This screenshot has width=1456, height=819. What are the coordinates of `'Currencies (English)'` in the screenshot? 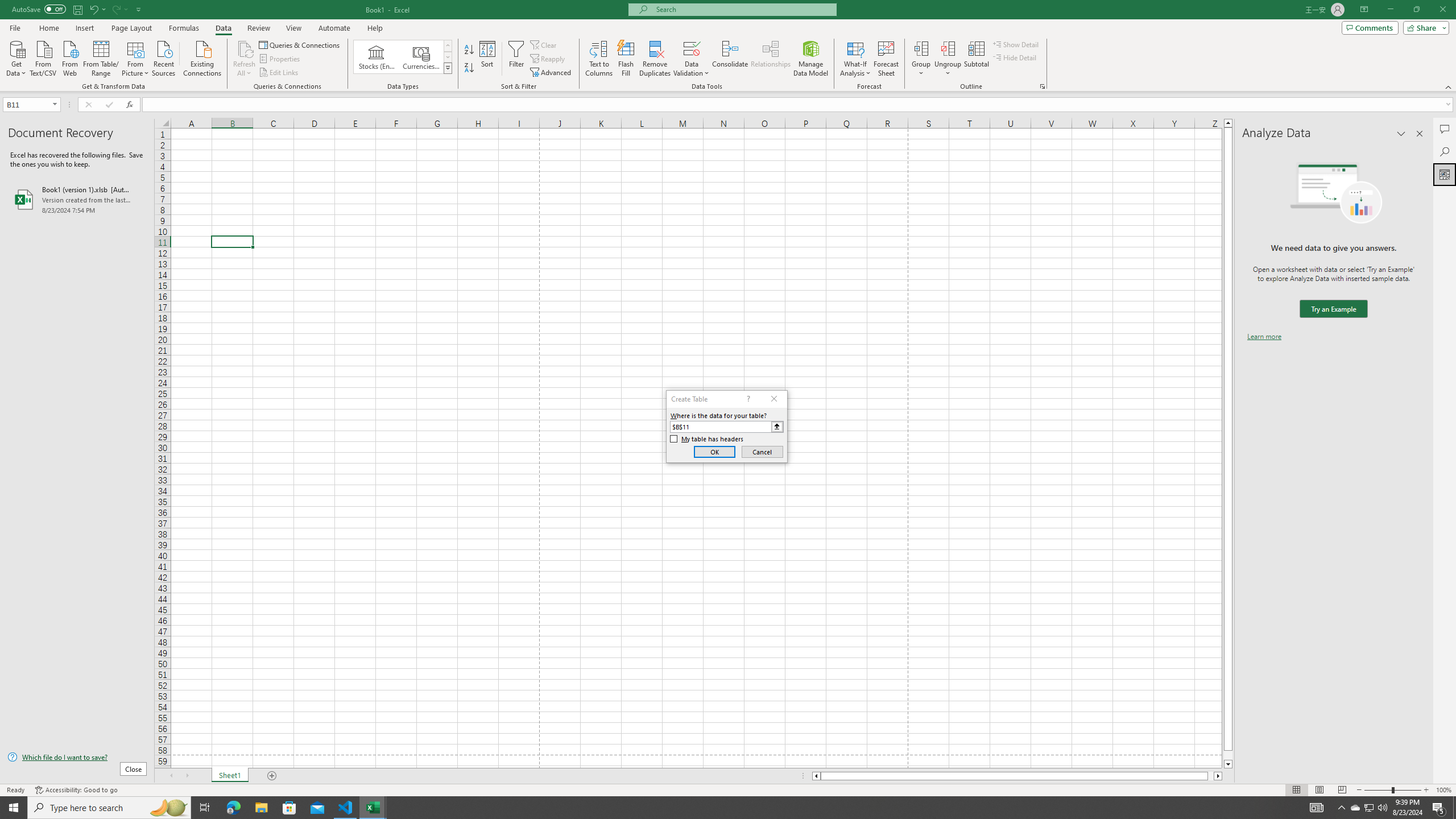 It's located at (420, 56).